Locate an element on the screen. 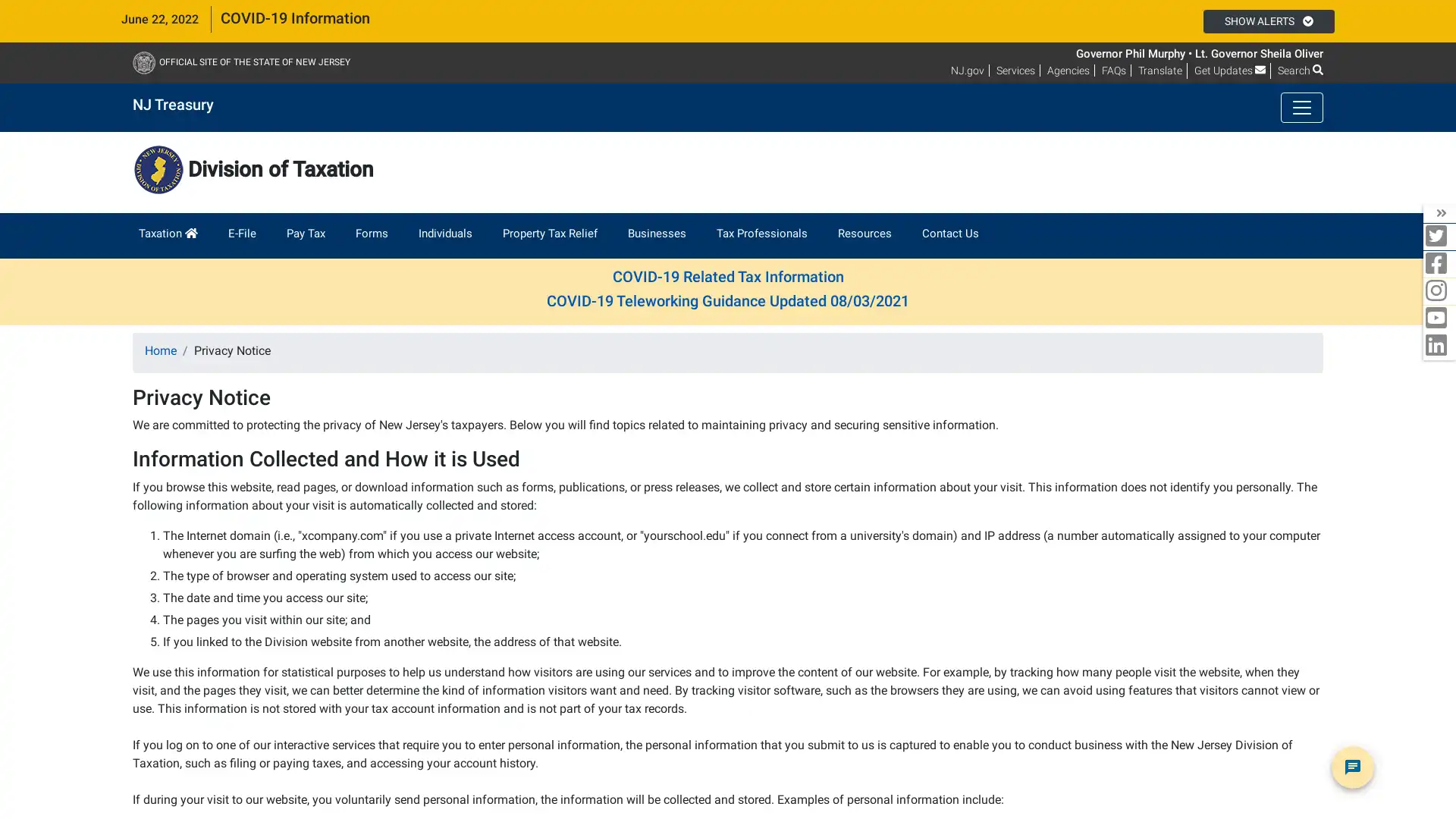 This screenshot has height=819, width=1456. Toggle navigation is located at coordinates (1301, 107).